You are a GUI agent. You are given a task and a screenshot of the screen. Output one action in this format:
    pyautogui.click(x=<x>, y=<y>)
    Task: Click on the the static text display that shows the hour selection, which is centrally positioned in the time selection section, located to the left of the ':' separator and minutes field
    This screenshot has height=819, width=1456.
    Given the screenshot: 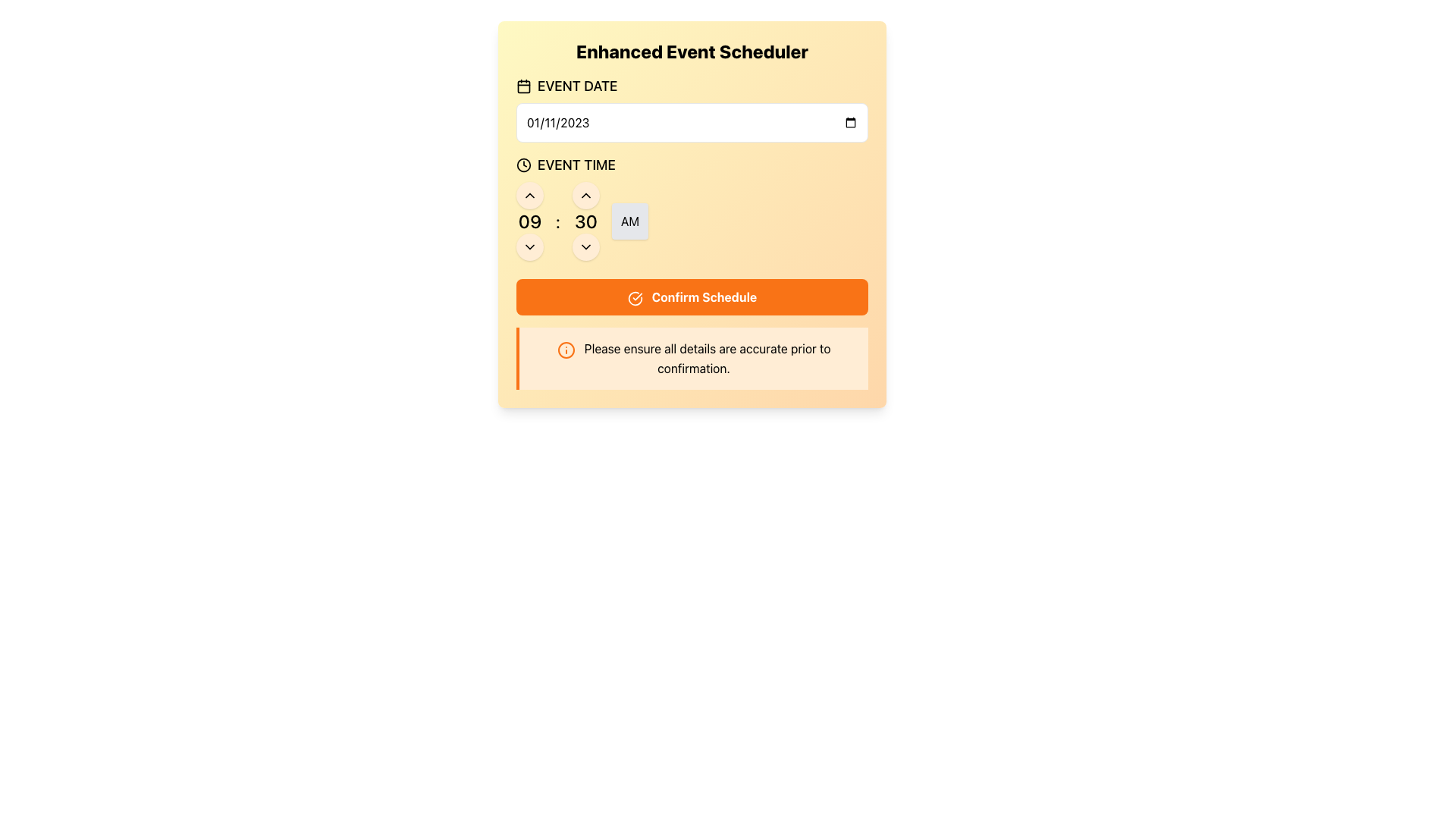 What is the action you would take?
    pyautogui.click(x=530, y=221)
    